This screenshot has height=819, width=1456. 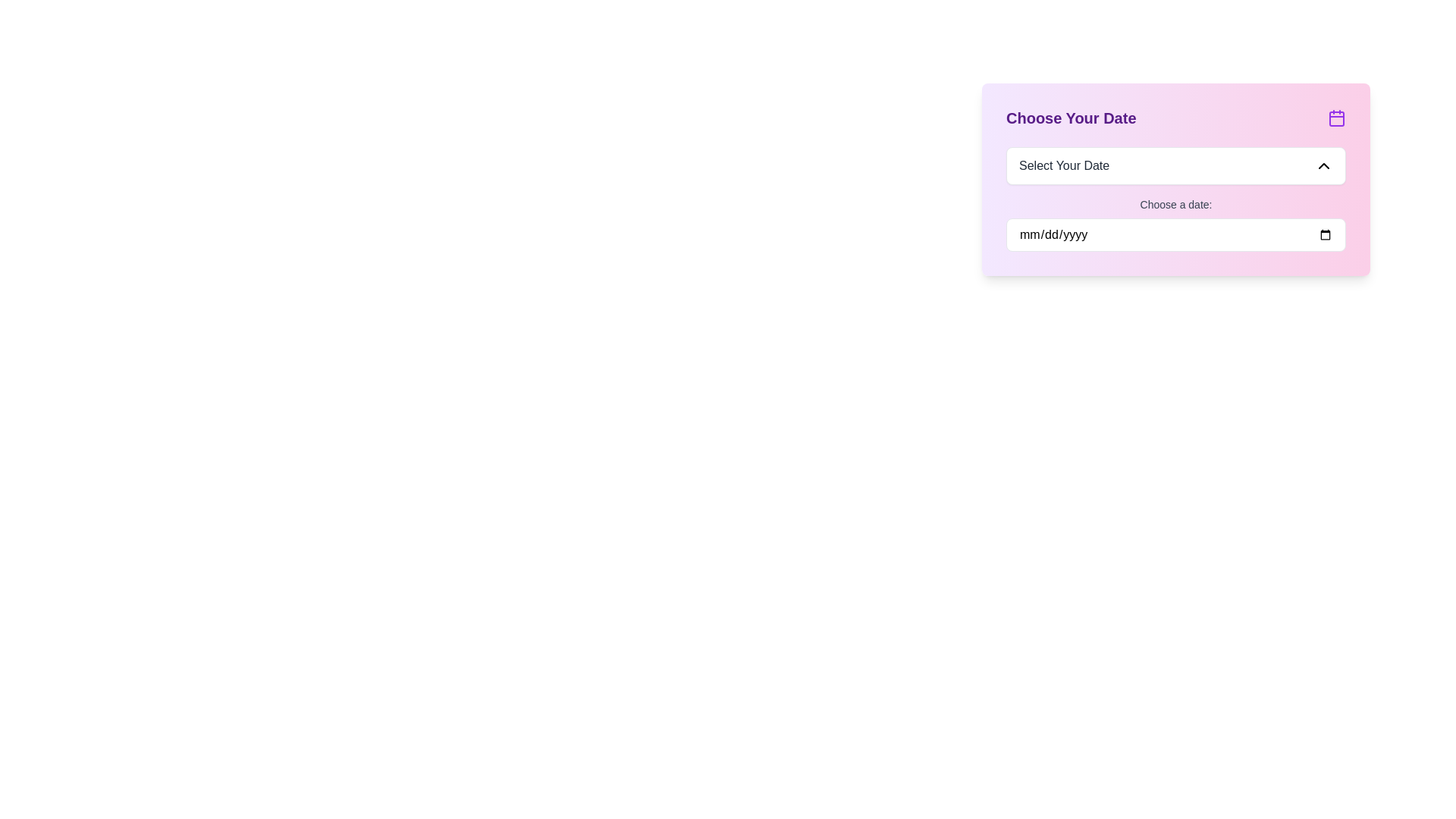 I want to click on the calendar icon located at the top-right corner of the 'Choose Your Date' card, characterized by its clean, minimalist design with purple outlines and a white background, so click(x=1336, y=117).